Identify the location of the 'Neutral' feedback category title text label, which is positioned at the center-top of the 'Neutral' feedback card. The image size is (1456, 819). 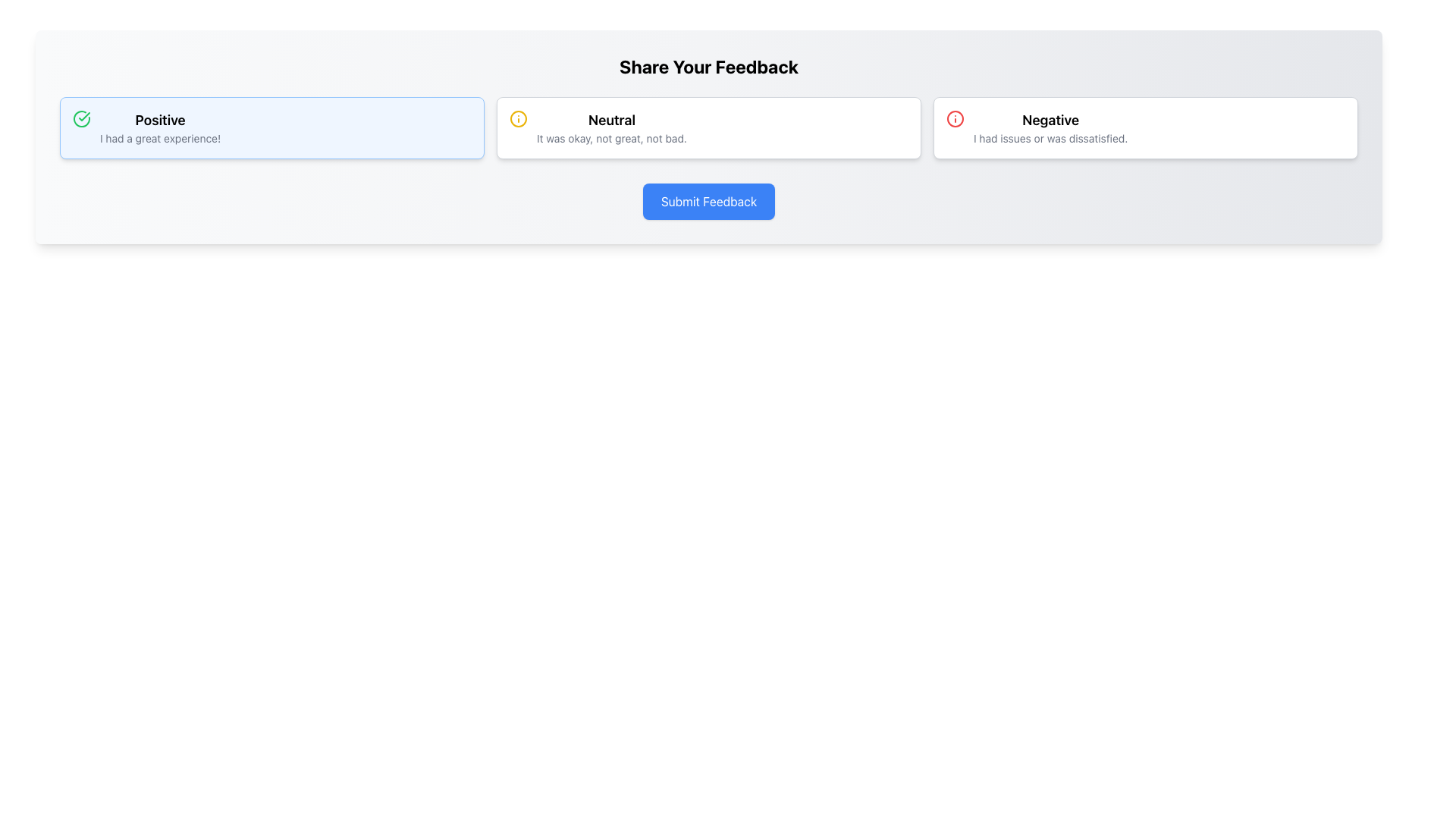
(611, 119).